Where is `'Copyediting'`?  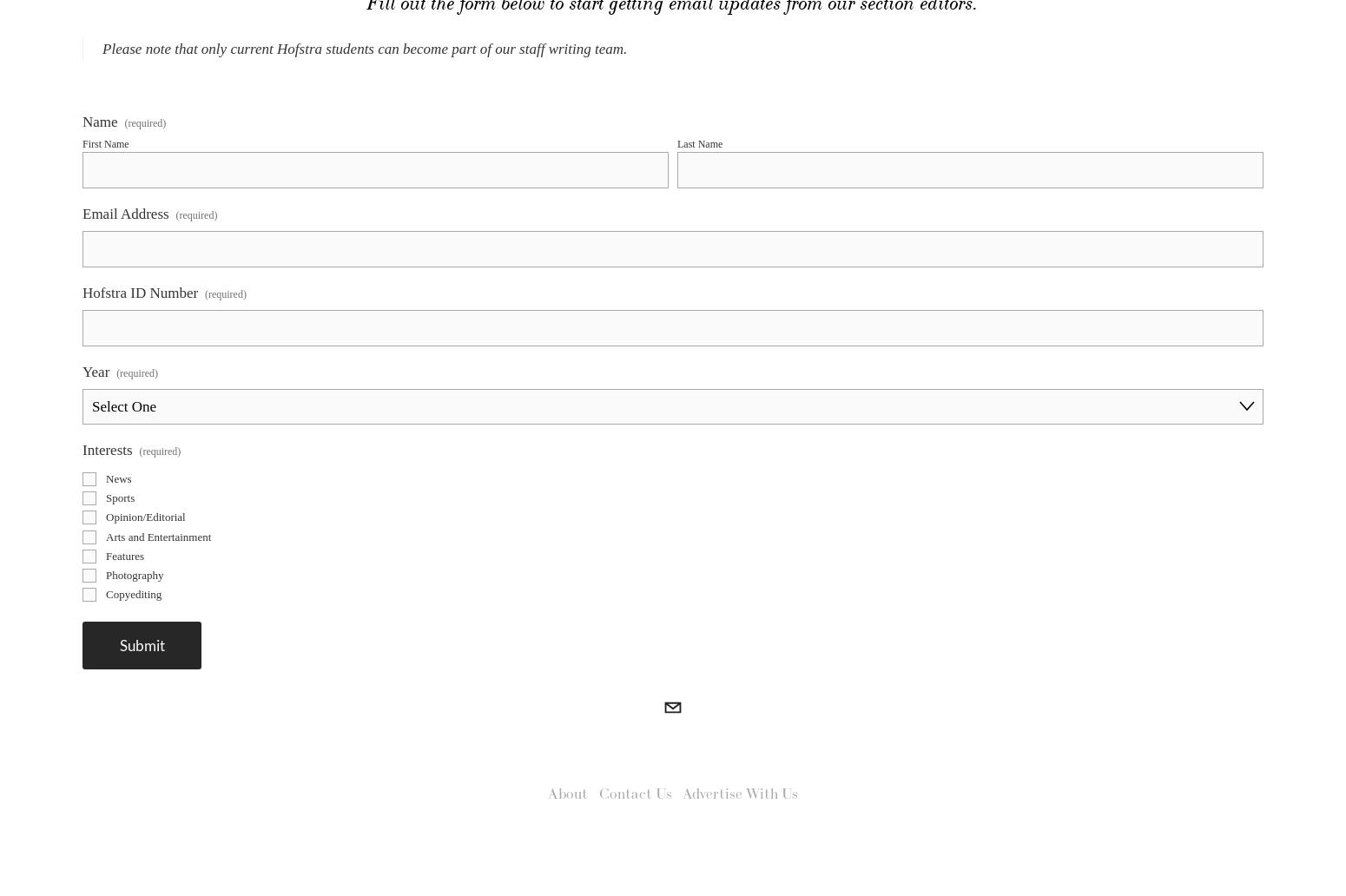 'Copyediting' is located at coordinates (105, 627).